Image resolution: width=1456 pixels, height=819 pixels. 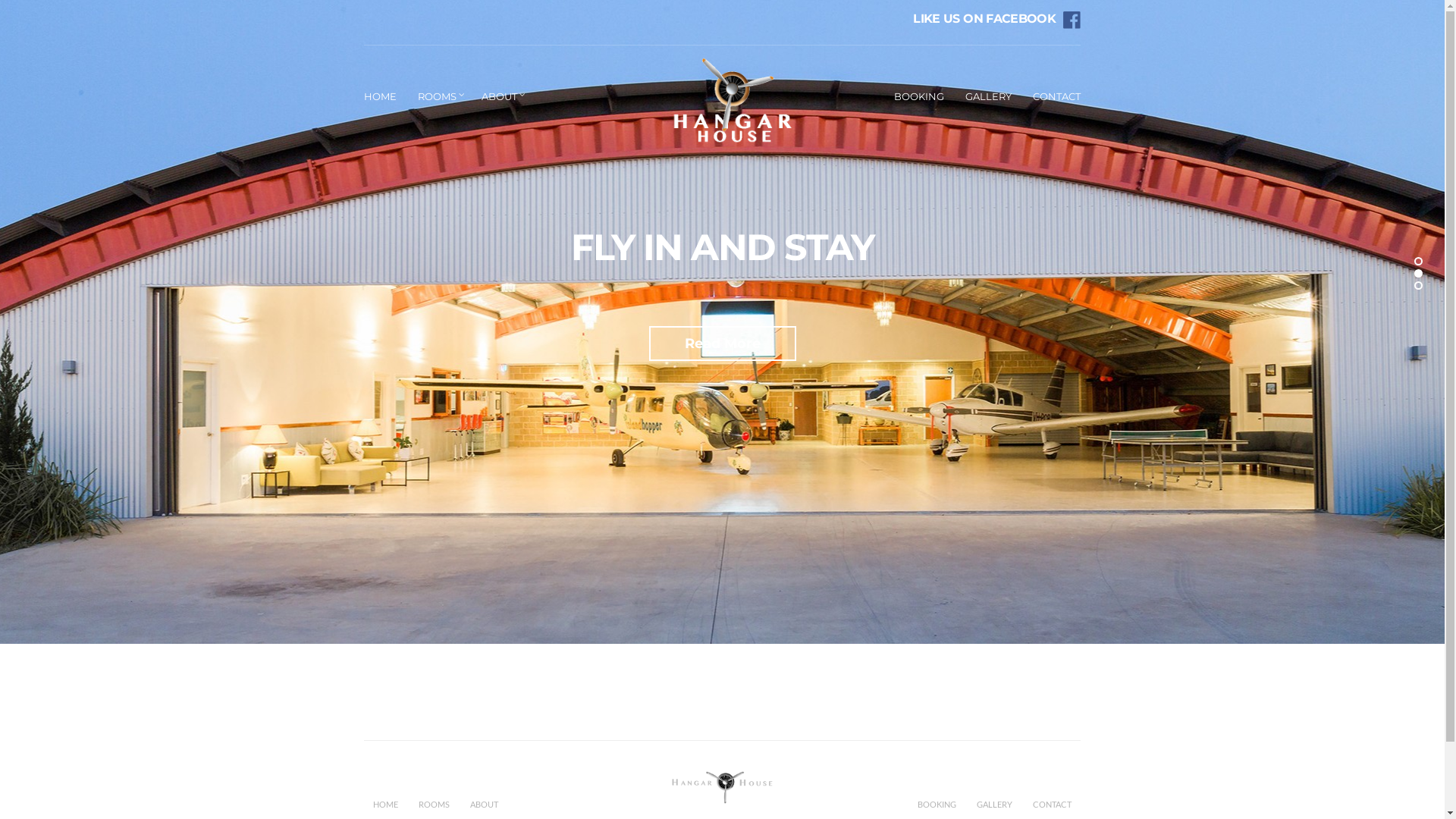 I want to click on 'BOOKING', so click(x=918, y=99).